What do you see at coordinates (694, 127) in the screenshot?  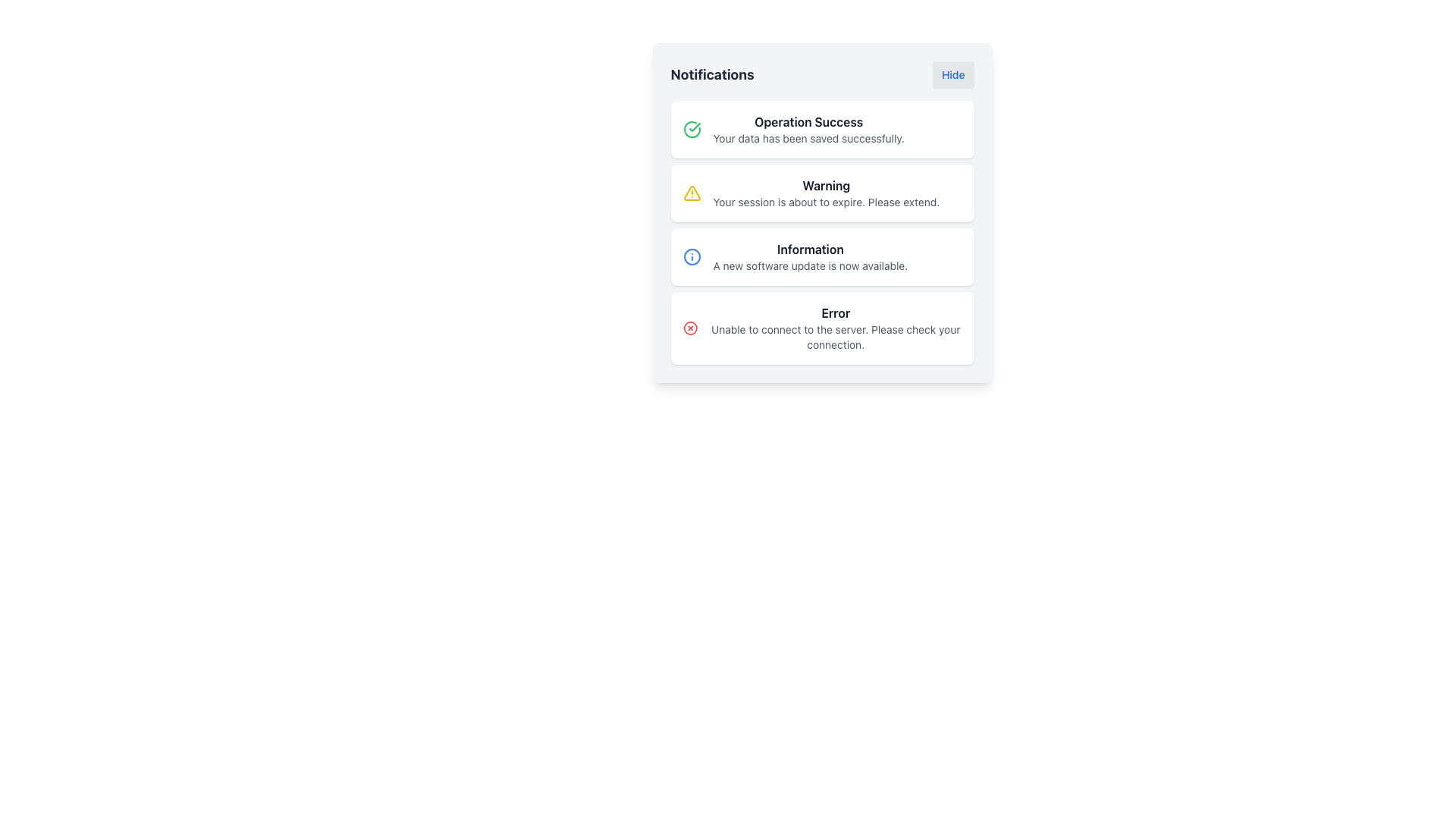 I see `the Graphical Icon - Checkmark located to the left of the 'Operation Success' label in the notifications modal, indicating the success state` at bounding box center [694, 127].